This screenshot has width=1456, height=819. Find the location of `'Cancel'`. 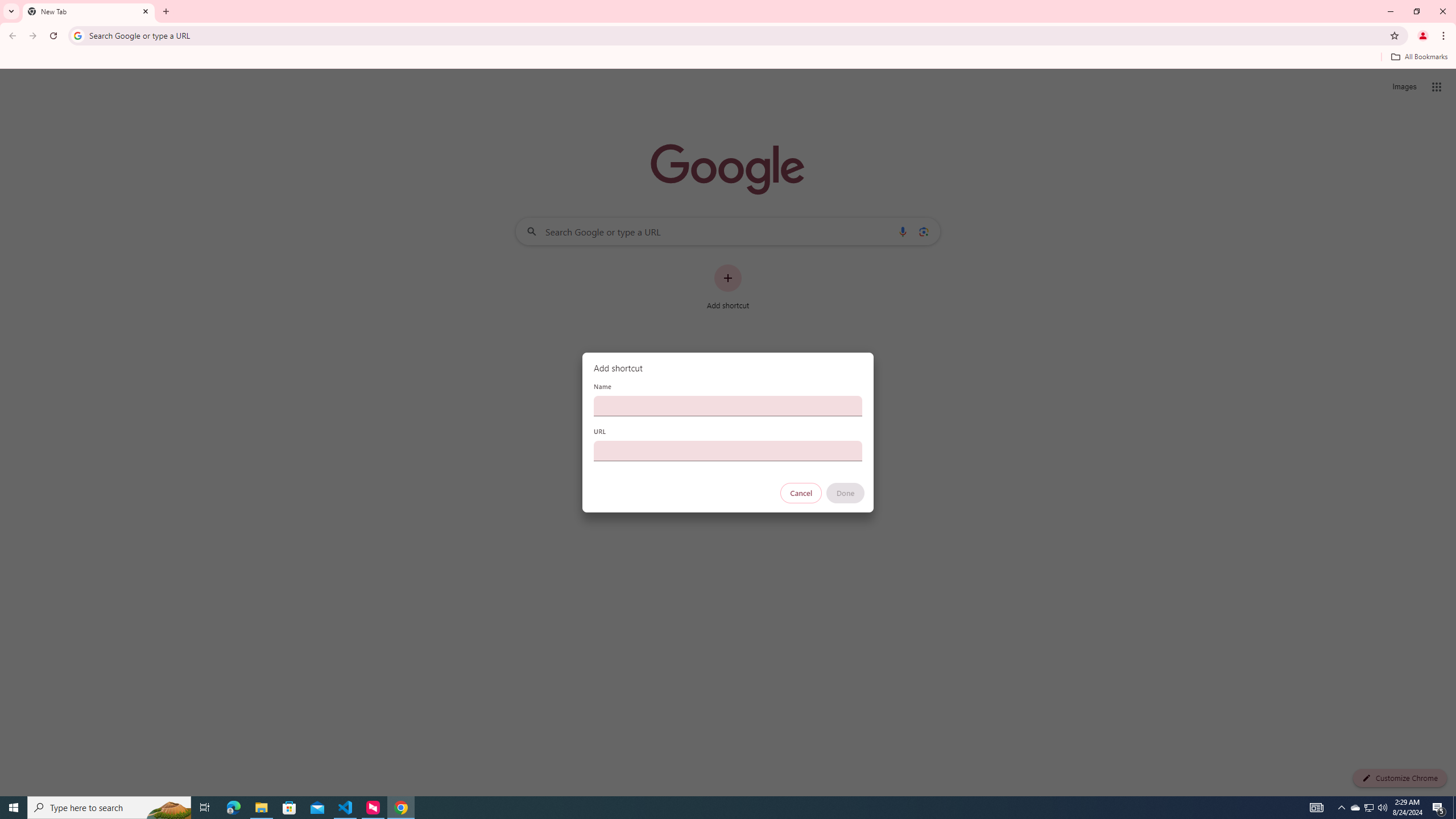

'Cancel' is located at coordinates (801, 493).